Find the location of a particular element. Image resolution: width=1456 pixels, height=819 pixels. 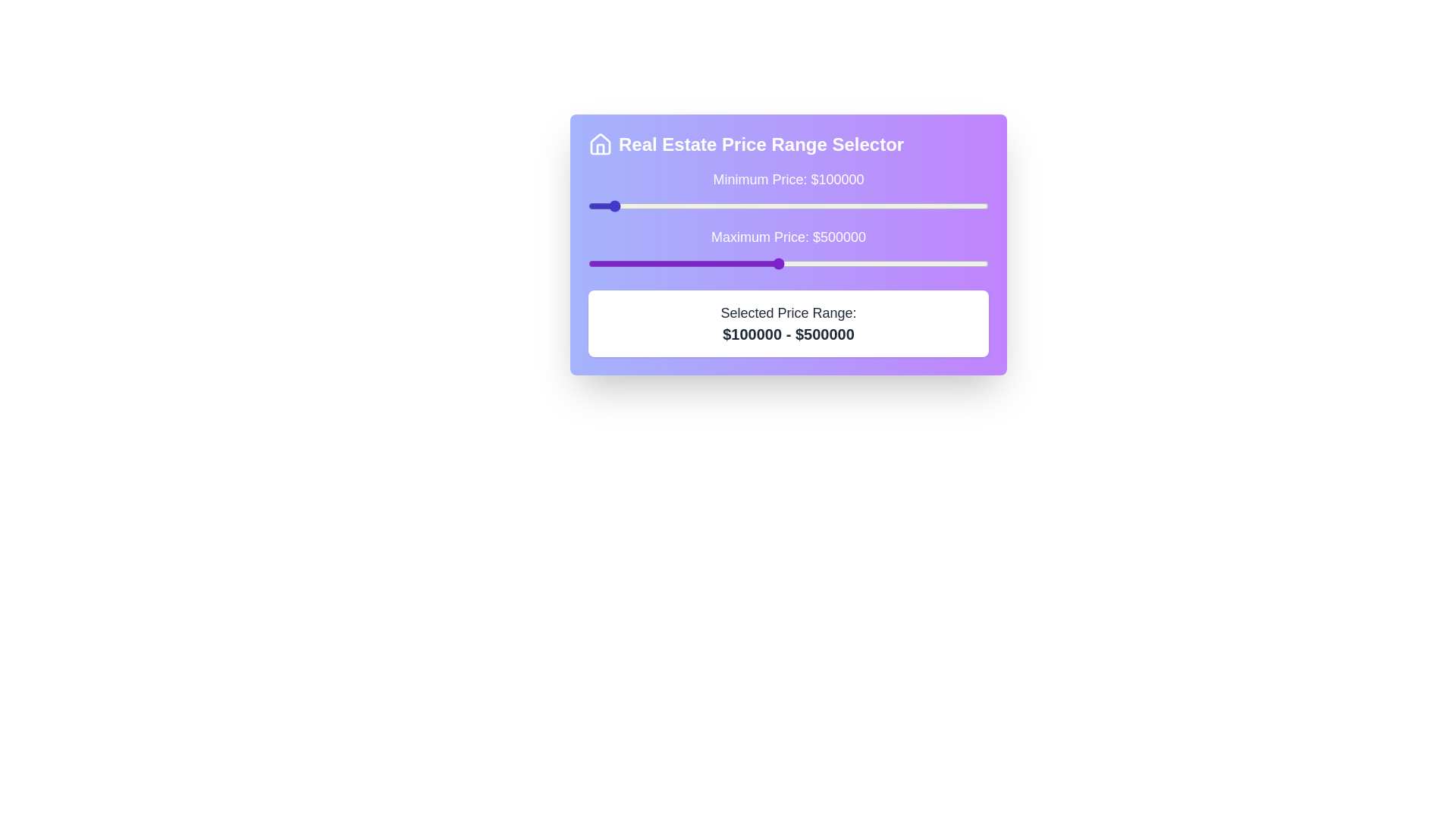

the maximum price slider to 960158 is located at coordinates (971, 262).